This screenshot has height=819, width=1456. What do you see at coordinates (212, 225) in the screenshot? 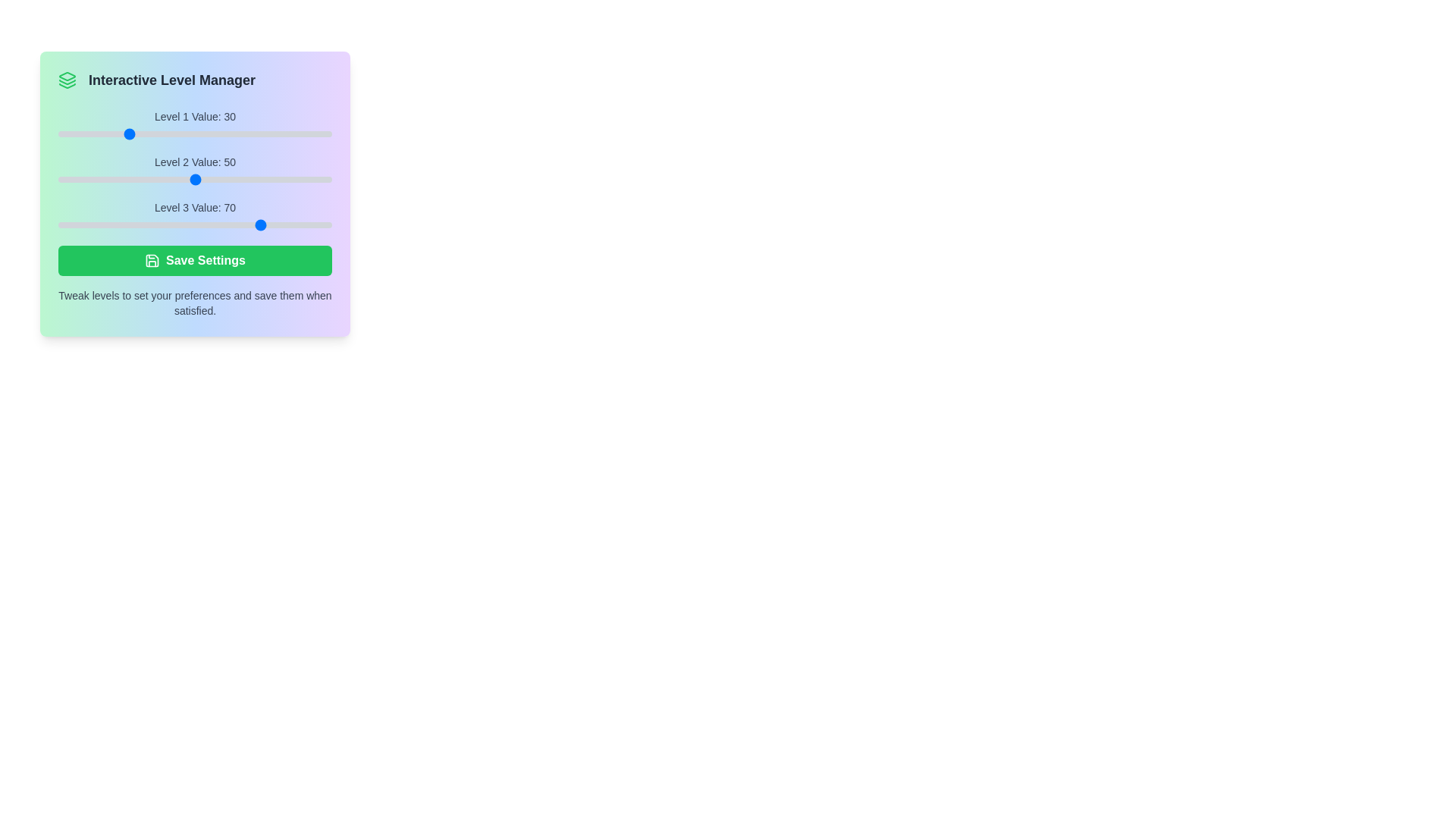
I see `the Level 3 value` at bounding box center [212, 225].